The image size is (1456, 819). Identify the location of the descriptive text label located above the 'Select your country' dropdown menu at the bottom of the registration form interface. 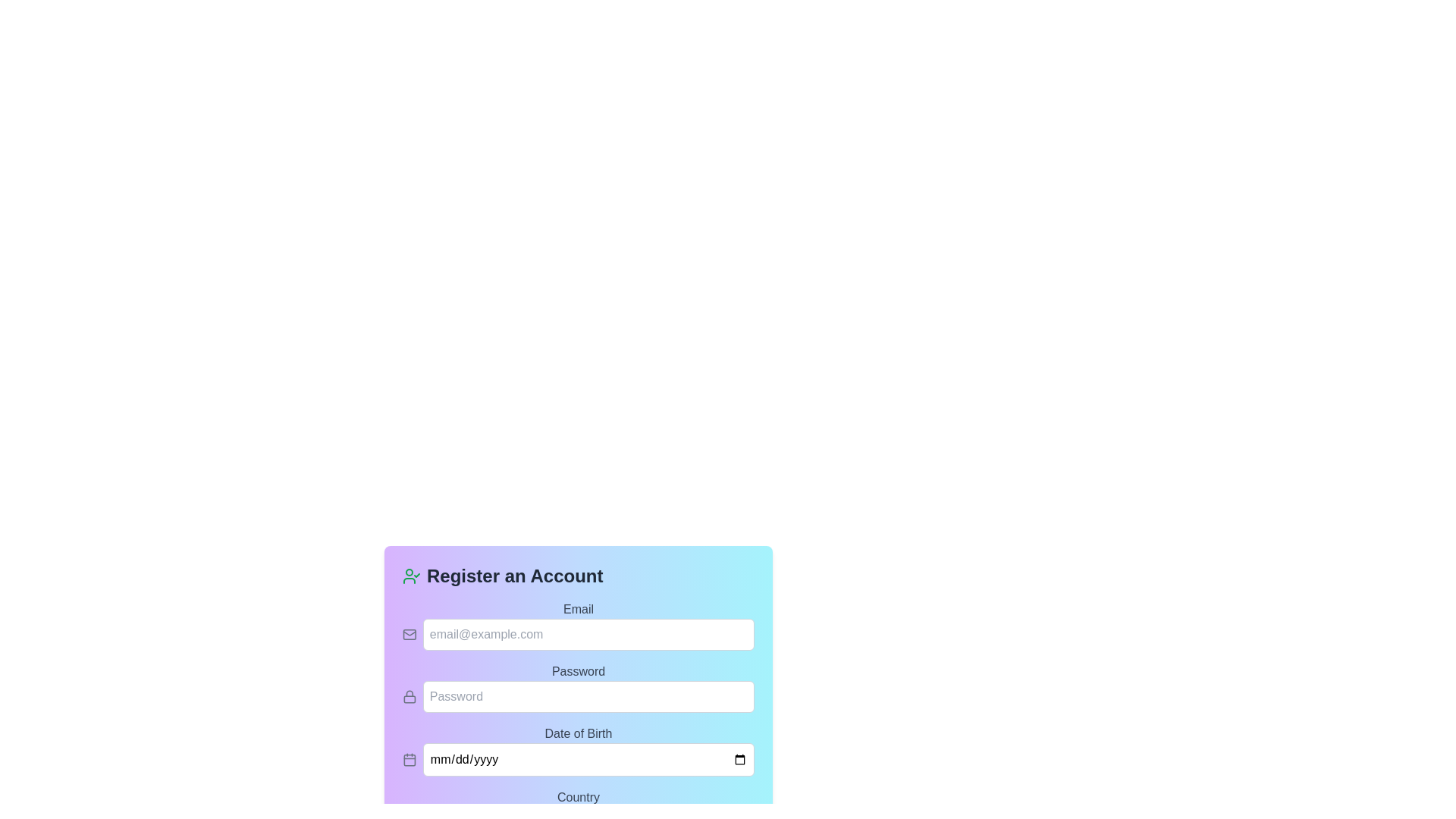
(578, 797).